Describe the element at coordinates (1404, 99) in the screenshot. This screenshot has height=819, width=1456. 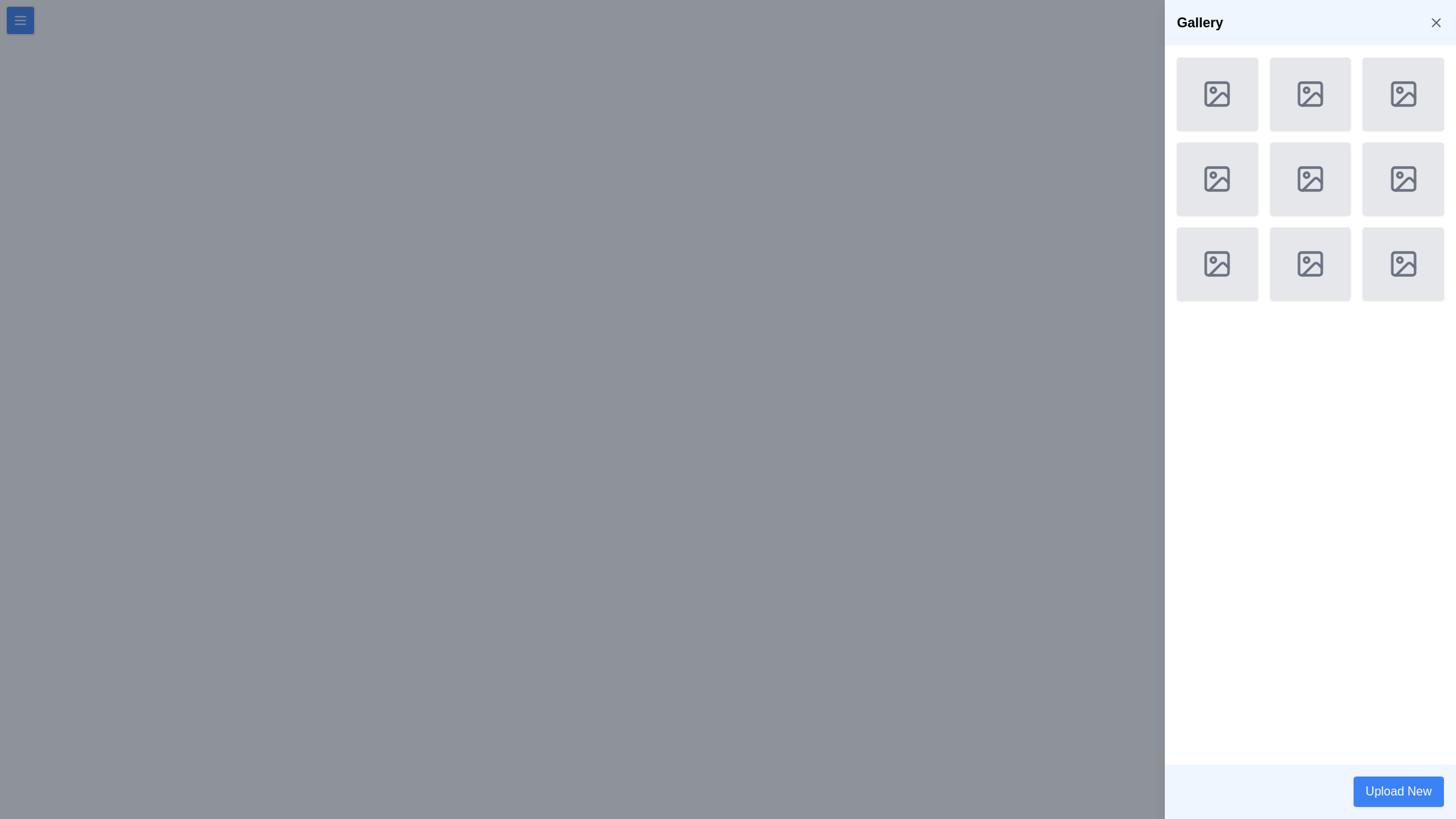
I see `the diagonal line in the top-right corner of the Gallery section, which represents a placeholder image icon` at that location.